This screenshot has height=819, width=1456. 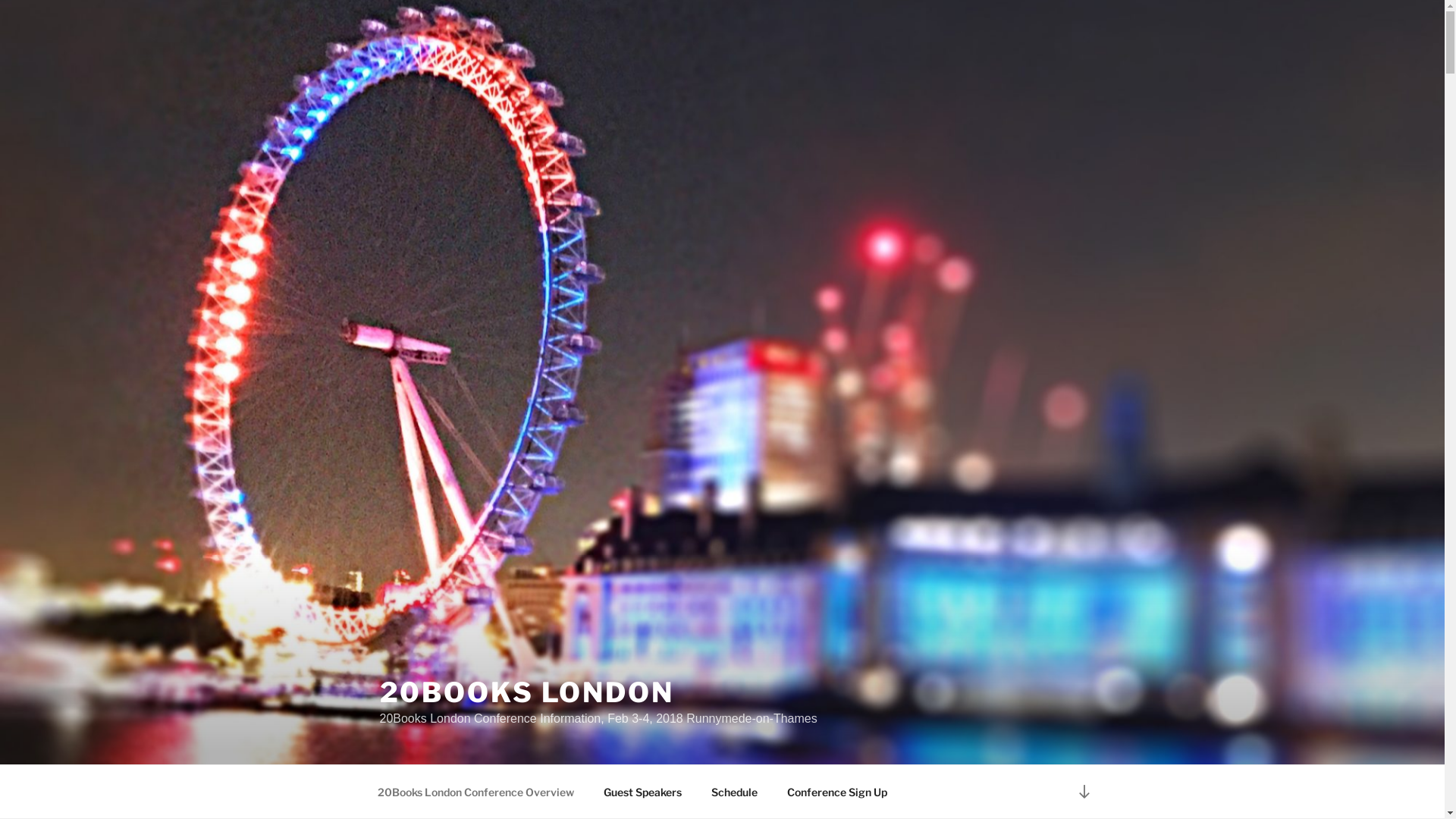 I want to click on 'Scroll down to content', so click(x=1083, y=790).